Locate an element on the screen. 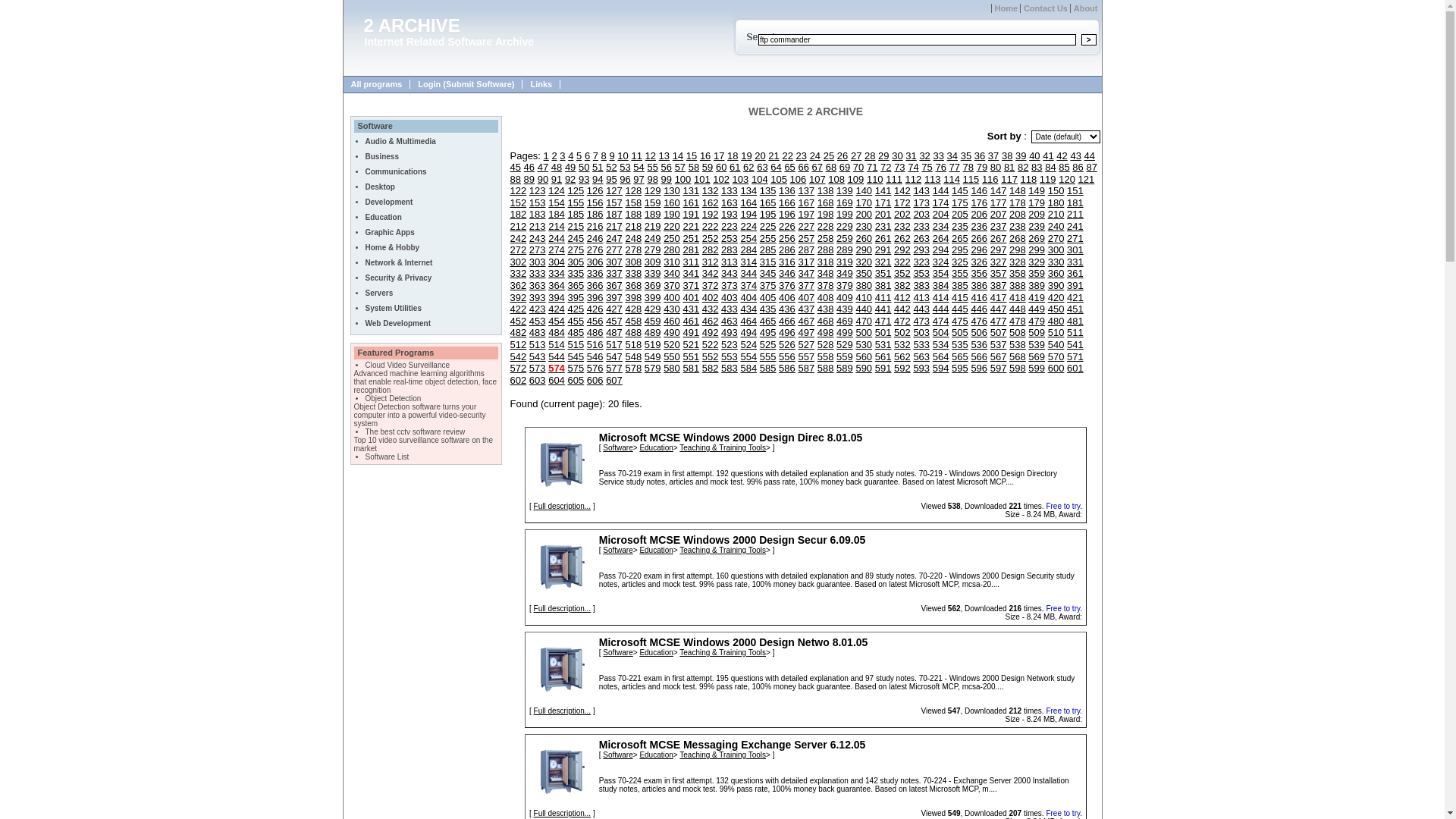  '78' is located at coordinates (967, 167).